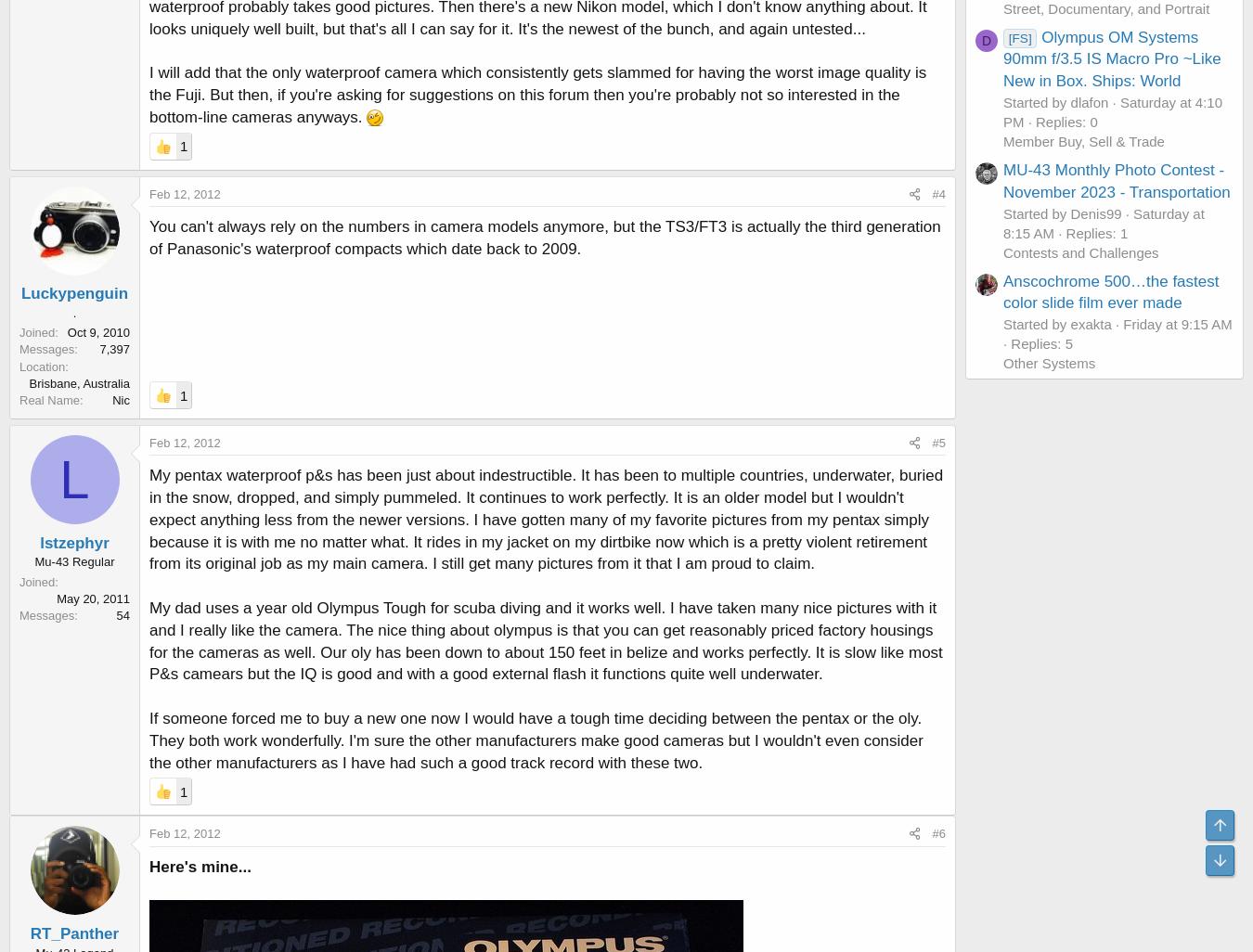 The image size is (1253, 952). What do you see at coordinates (546, 519) in the screenshot?
I see `'My pentax waterproof p&s has been just about indestructible.  It has been to multiple countries, underwater, buried in the snow, dropped, and simply pummeled.   It continues to work perfectly.  It is an older model but I wouldn't expect anything less from the newer versions.  I have gotten many of my favorite pictures from my pentax simply because it is with me no matter what.  It rides in my jacket on my dirtbike now which is a pretty violent retirement from its original job as my main camera.  I still get many pictures from it that I am proud to claim.'` at bounding box center [546, 519].